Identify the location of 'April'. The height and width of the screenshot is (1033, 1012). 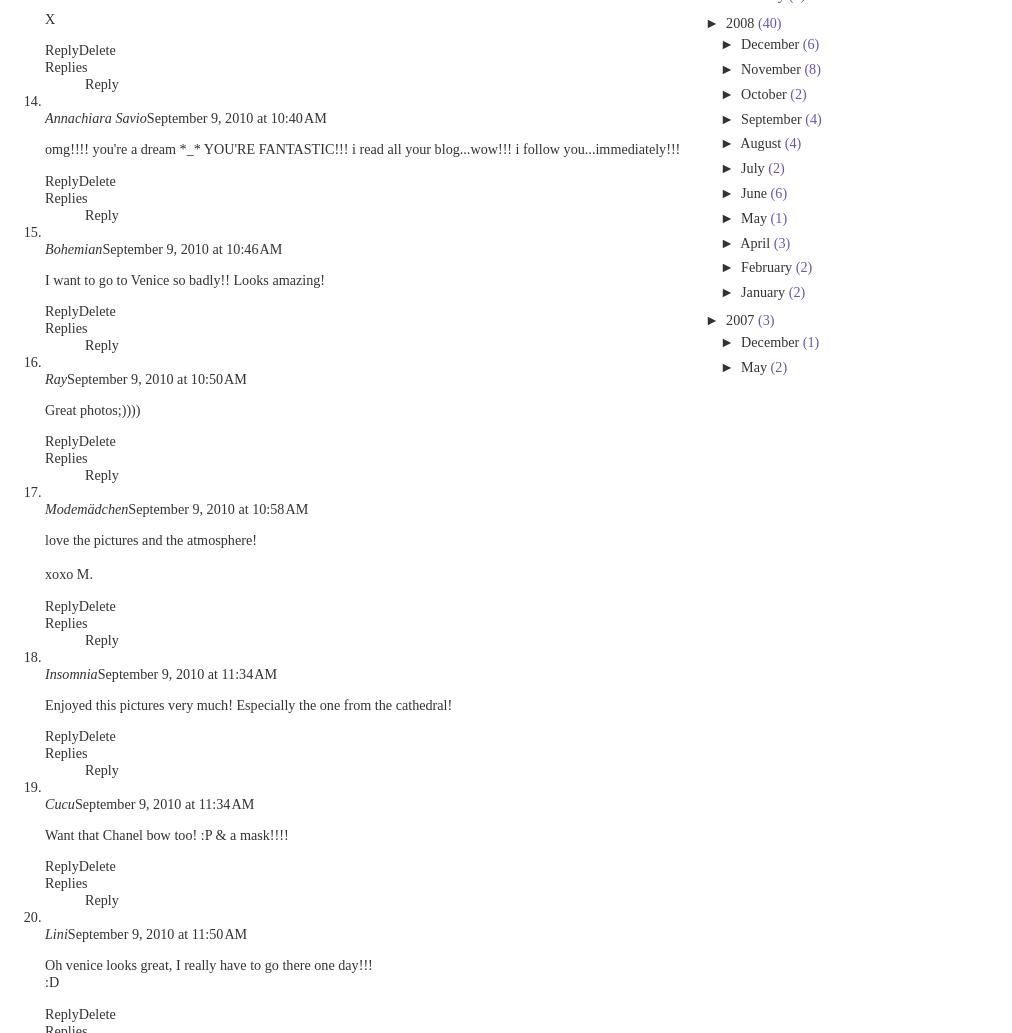
(756, 241).